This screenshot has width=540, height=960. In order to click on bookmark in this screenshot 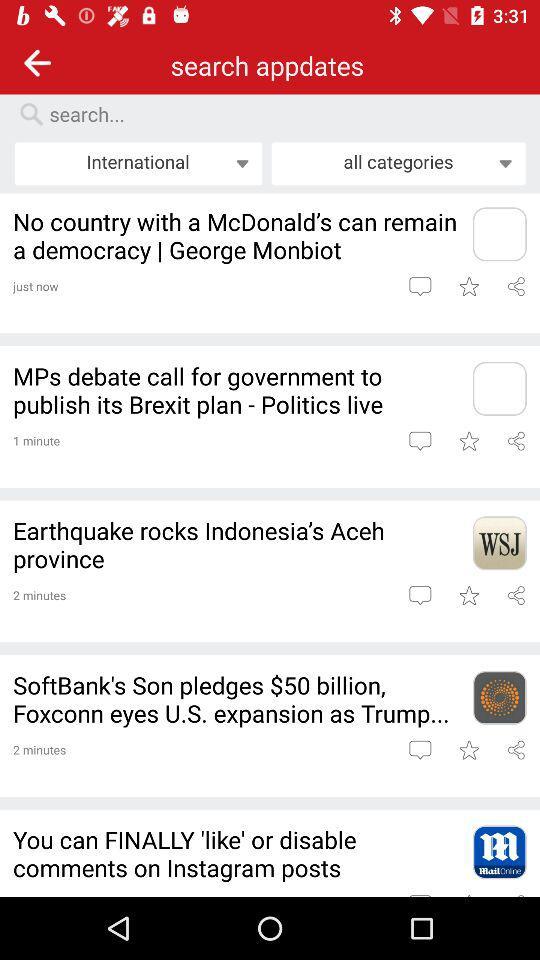, I will do `click(468, 285)`.